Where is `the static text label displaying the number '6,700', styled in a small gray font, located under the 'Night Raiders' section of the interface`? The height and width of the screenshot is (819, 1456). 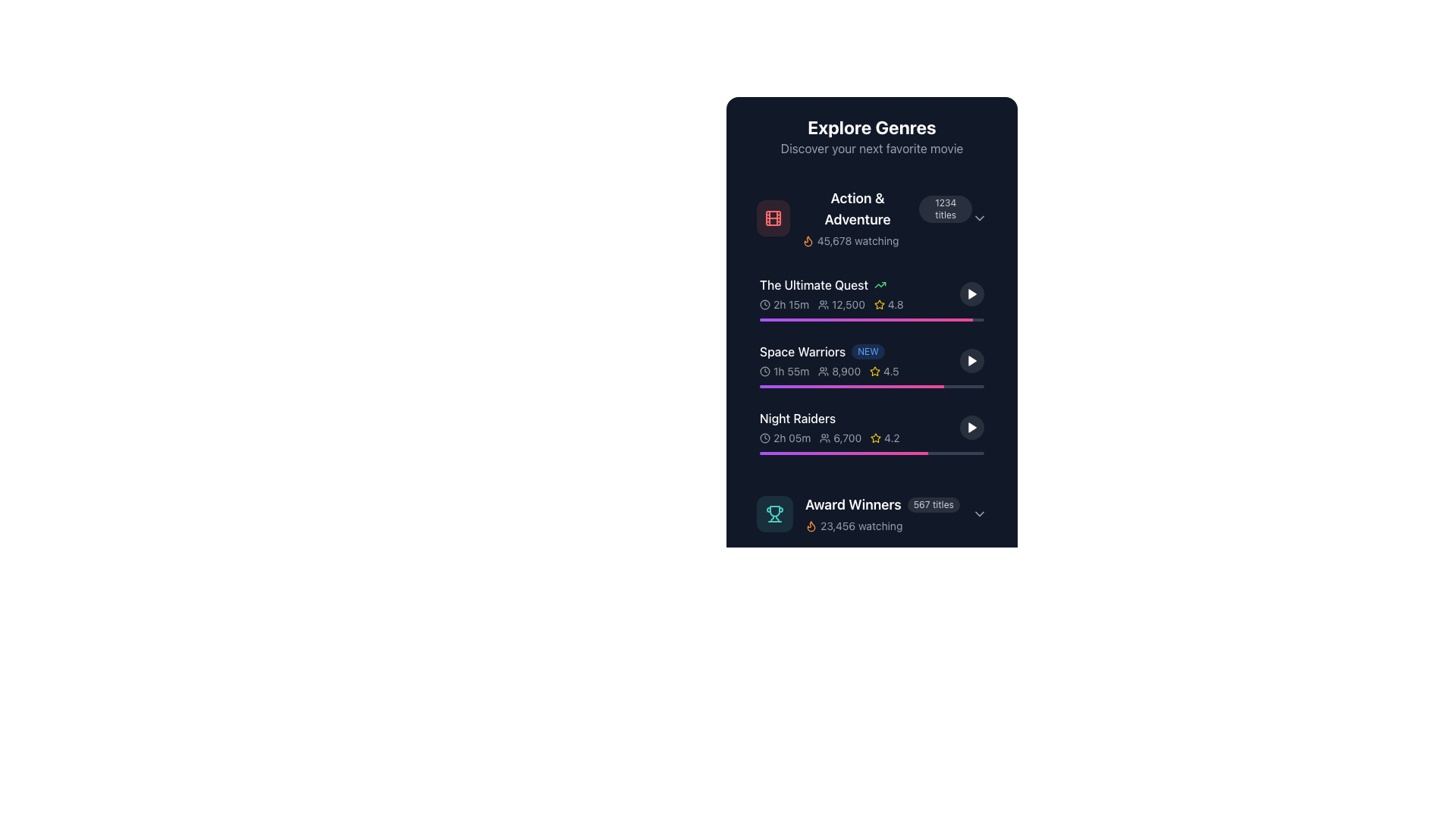 the static text label displaying the number '6,700', styled in a small gray font, located under the 'Night Raiders' section of the interface is located at coordinates (839, 438).